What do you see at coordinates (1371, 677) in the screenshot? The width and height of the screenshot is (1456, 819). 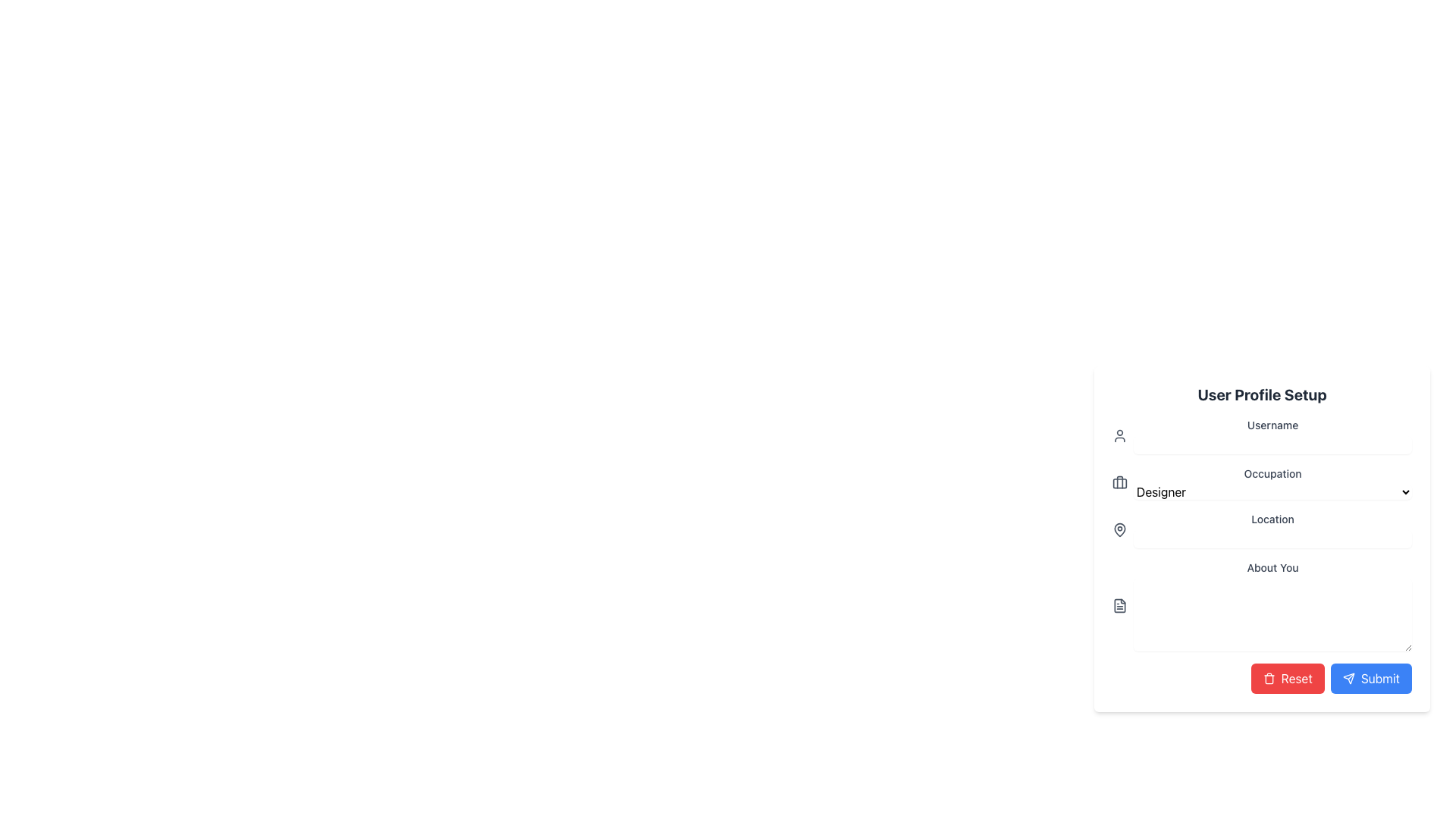 I see `the 'Submit' button with rounded corners, blue background, and white text for keyboard interaction` at bounding box center [1371, 677].